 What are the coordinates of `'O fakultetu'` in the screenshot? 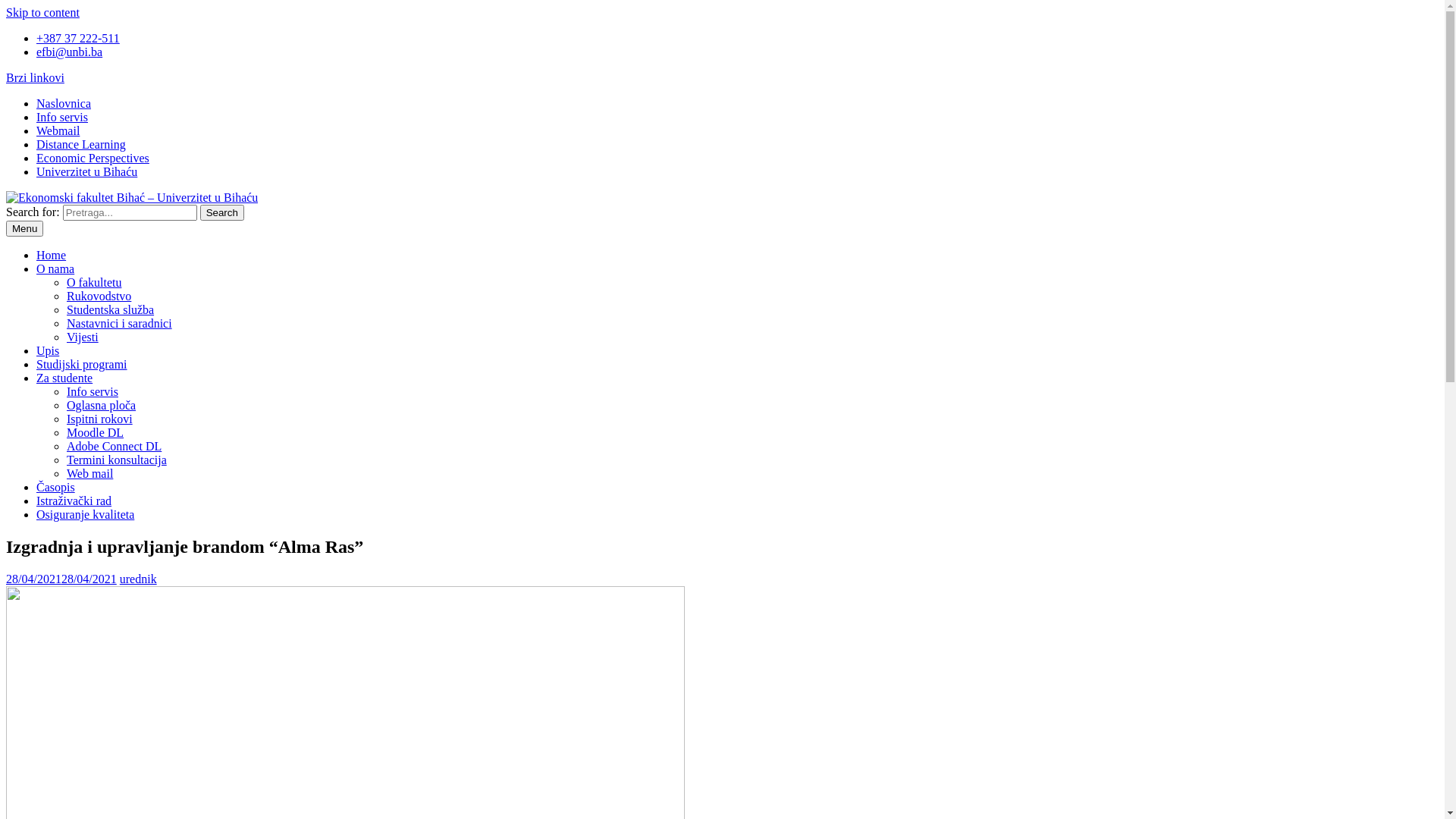 It's located at (93, 282).